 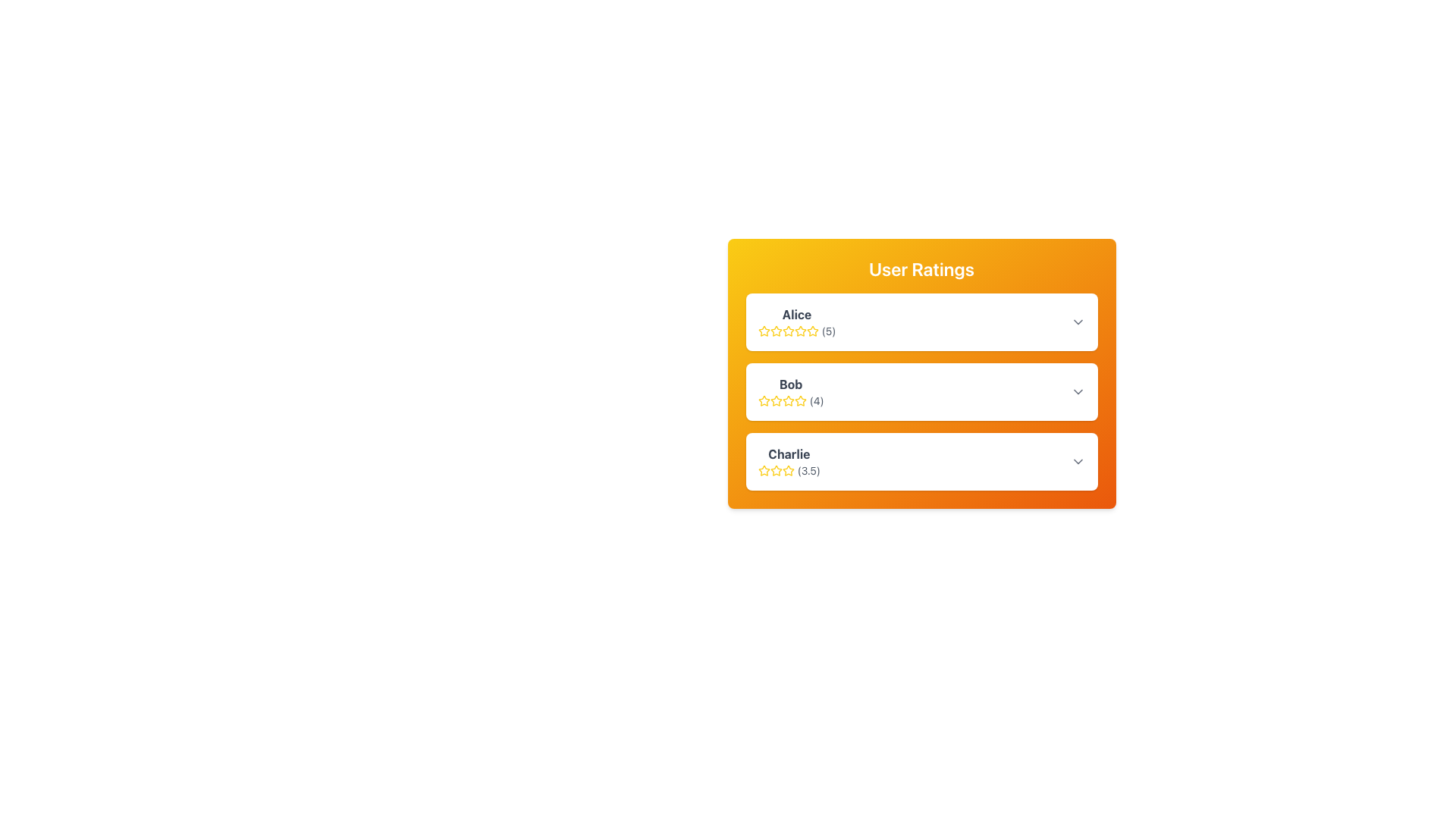 What do you see at coordinates (1077, 321) in the screenshot?
I see `the chevron icon located at the extreme right of the card displaying 'Alice(5)' and star ratings` at bounding box center [1077, 321].